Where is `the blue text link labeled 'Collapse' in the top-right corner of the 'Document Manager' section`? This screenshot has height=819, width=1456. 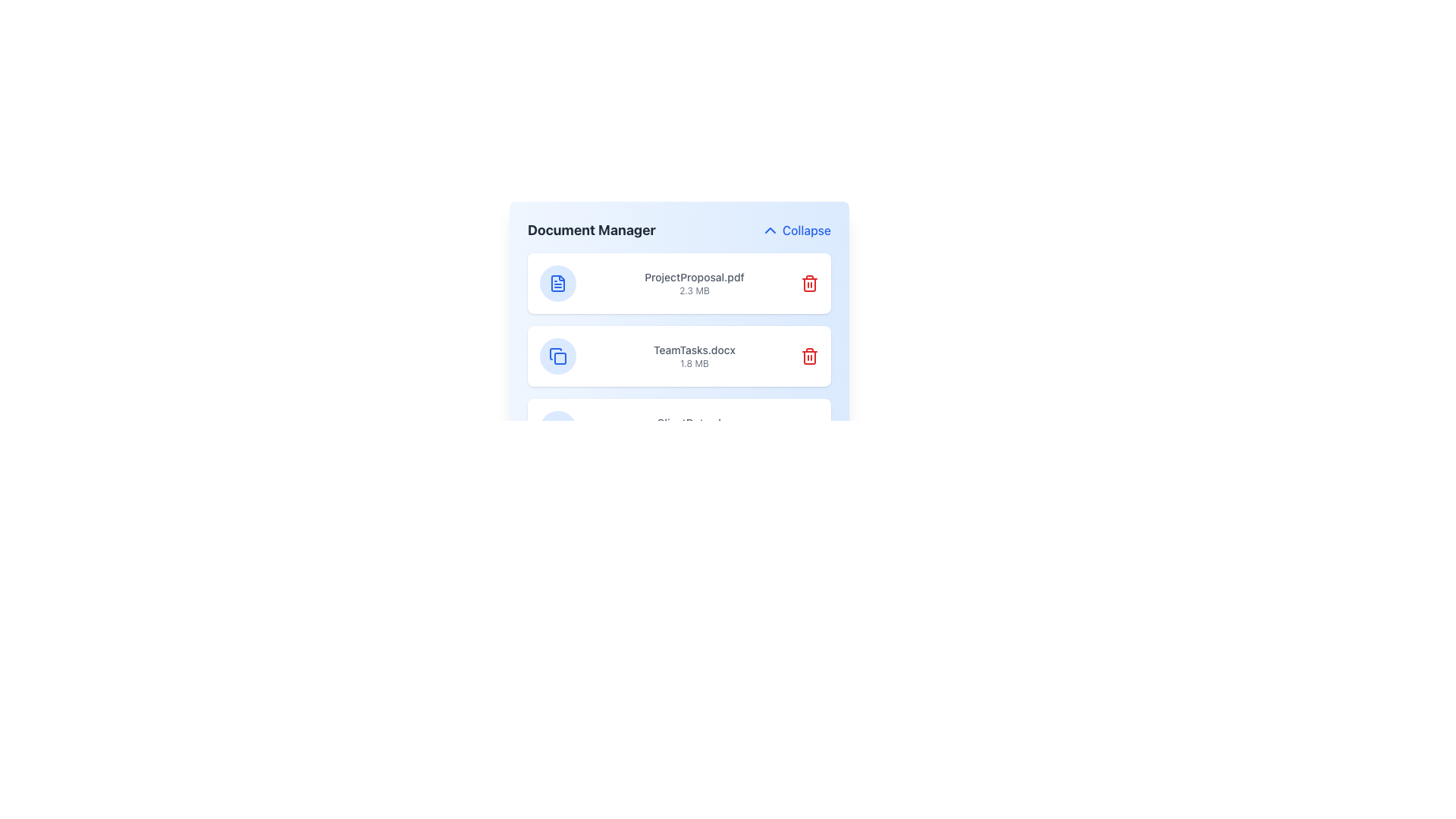
the blue text link labeled 'Collapse' in the top-right corner of the 'Document Manager' section is located at coordinates (795, 231).